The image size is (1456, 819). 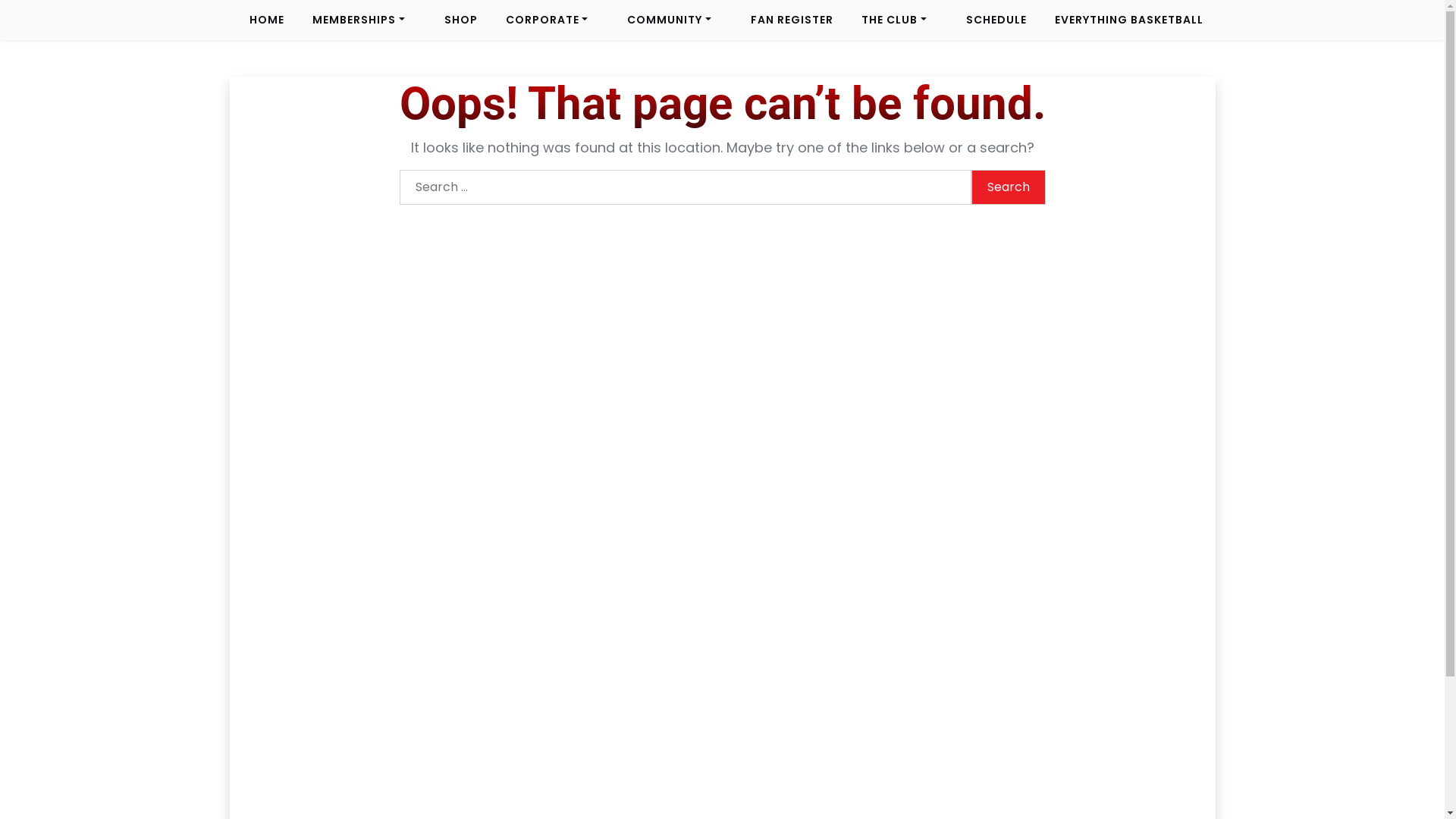 What do you see at coordinates (791, 20) in the screenshot?
I see `'FAN REGISTER'` at bounding box center [791, 20].